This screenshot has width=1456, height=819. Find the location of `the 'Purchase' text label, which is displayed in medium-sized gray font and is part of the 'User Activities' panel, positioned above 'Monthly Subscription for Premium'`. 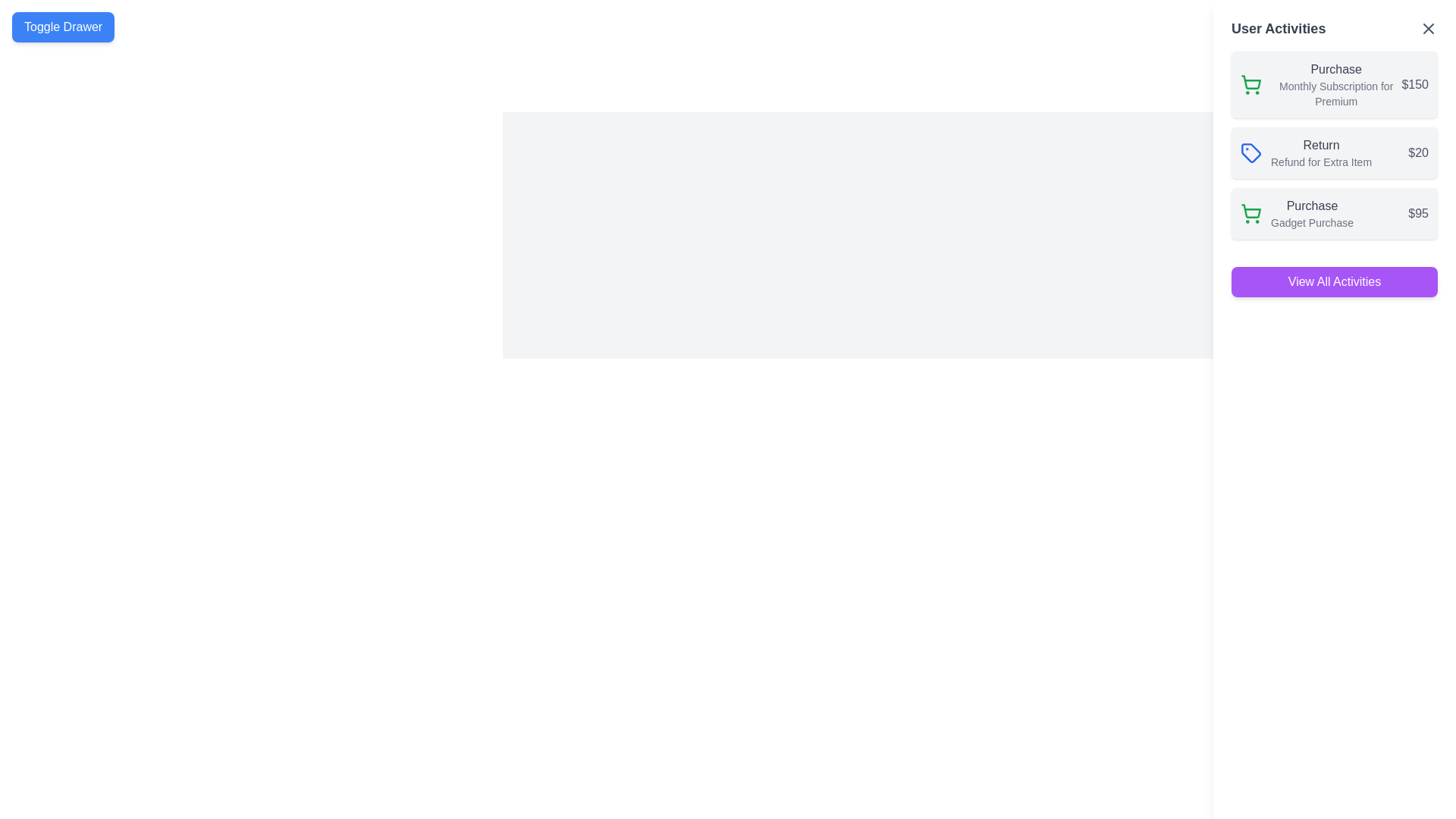

the 'Purchase' text label, which is displayed in medium-sized gray font and is part of the 'User Activities' panel, positioned above 'Monthly Subscription for Premium' is located at coordinates (1336, 70).